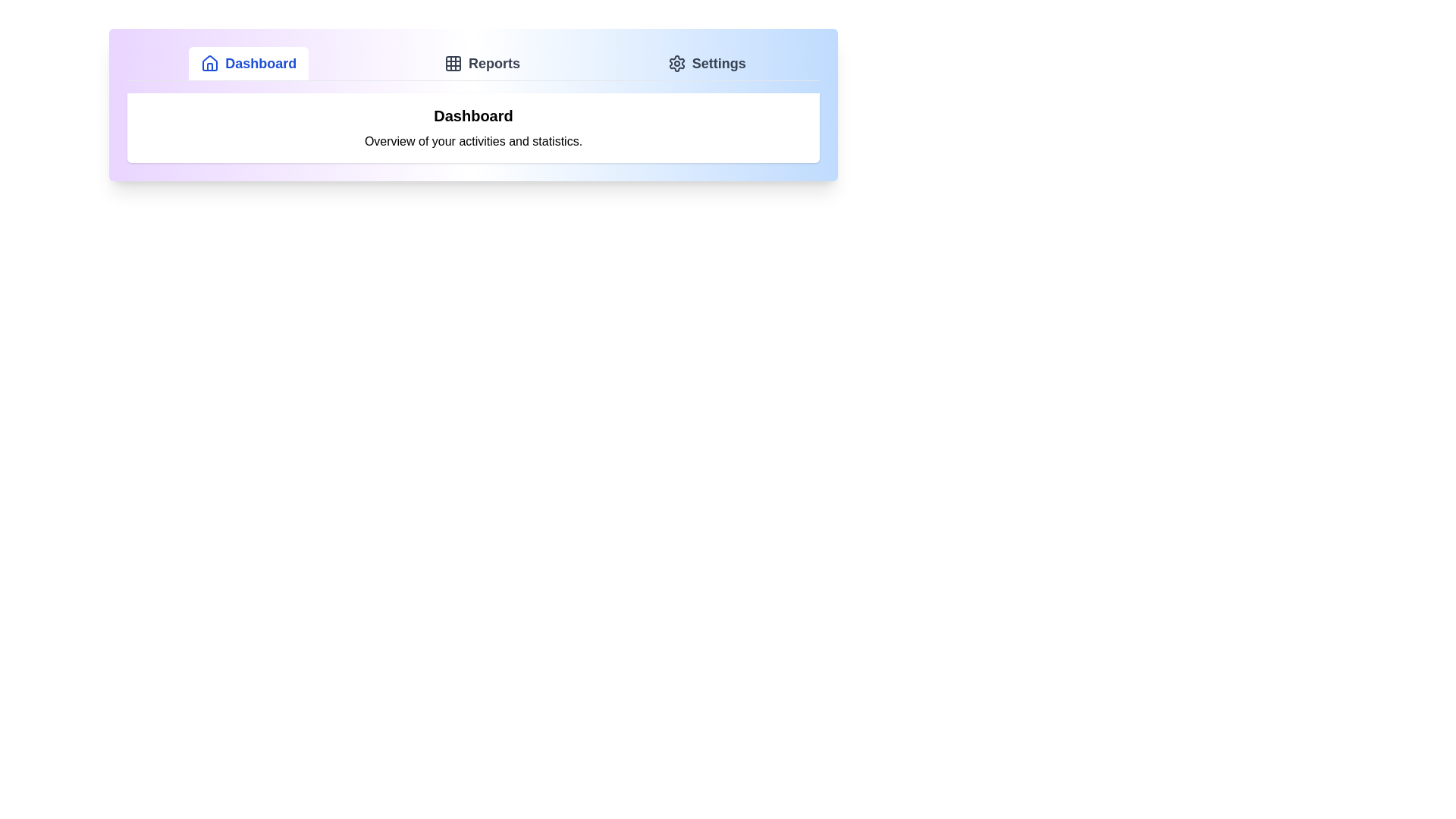 Image resolution: width=1456 pixels, height=819 pixels. Describe the element at coordinates (706, 63) in the screenshot. I see `the Settings tab by clicking on its button` at that location.